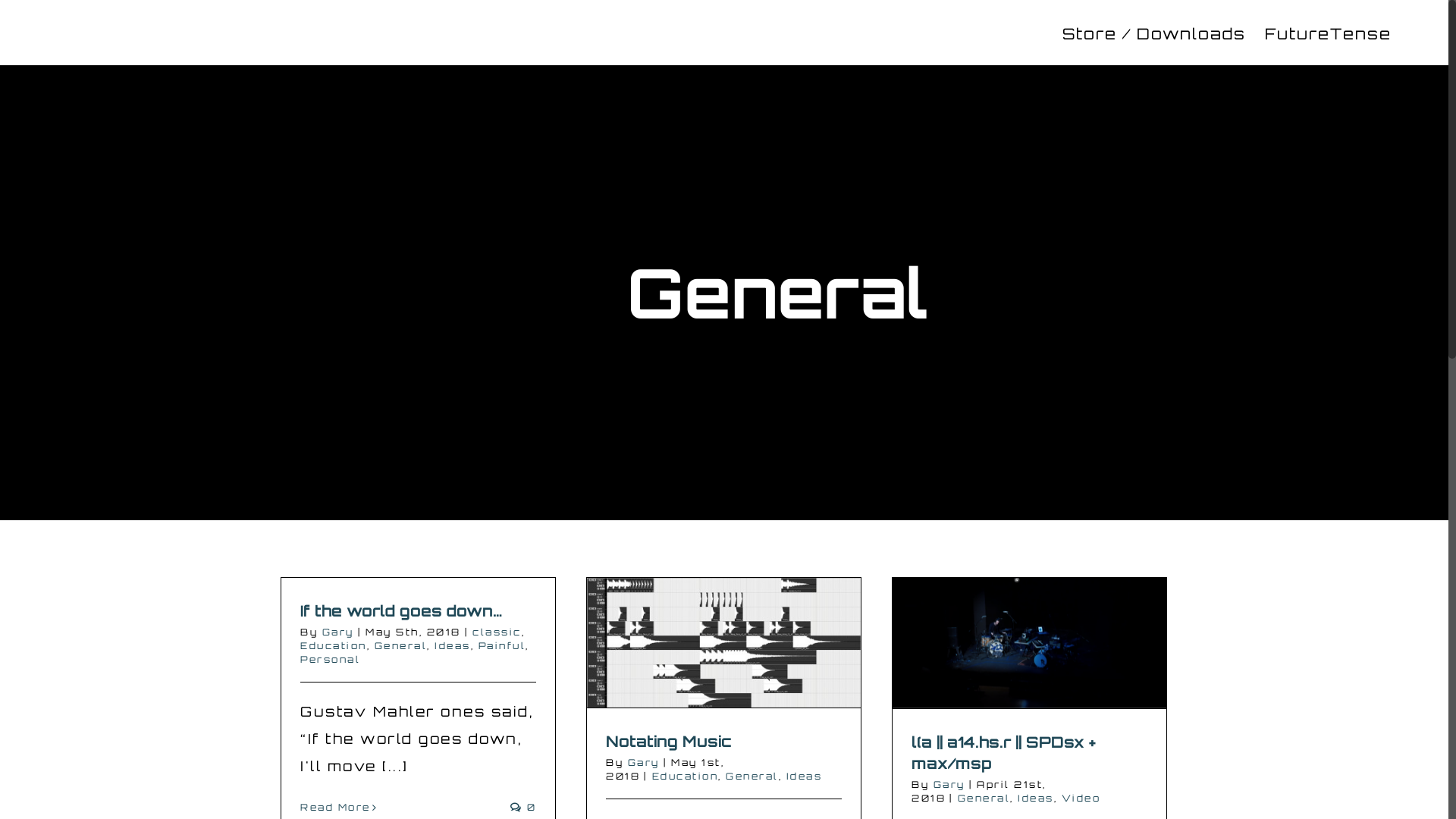  Describe the element at coordinates (644, 762) in the screenshot. I see `'Gary'` at that location.